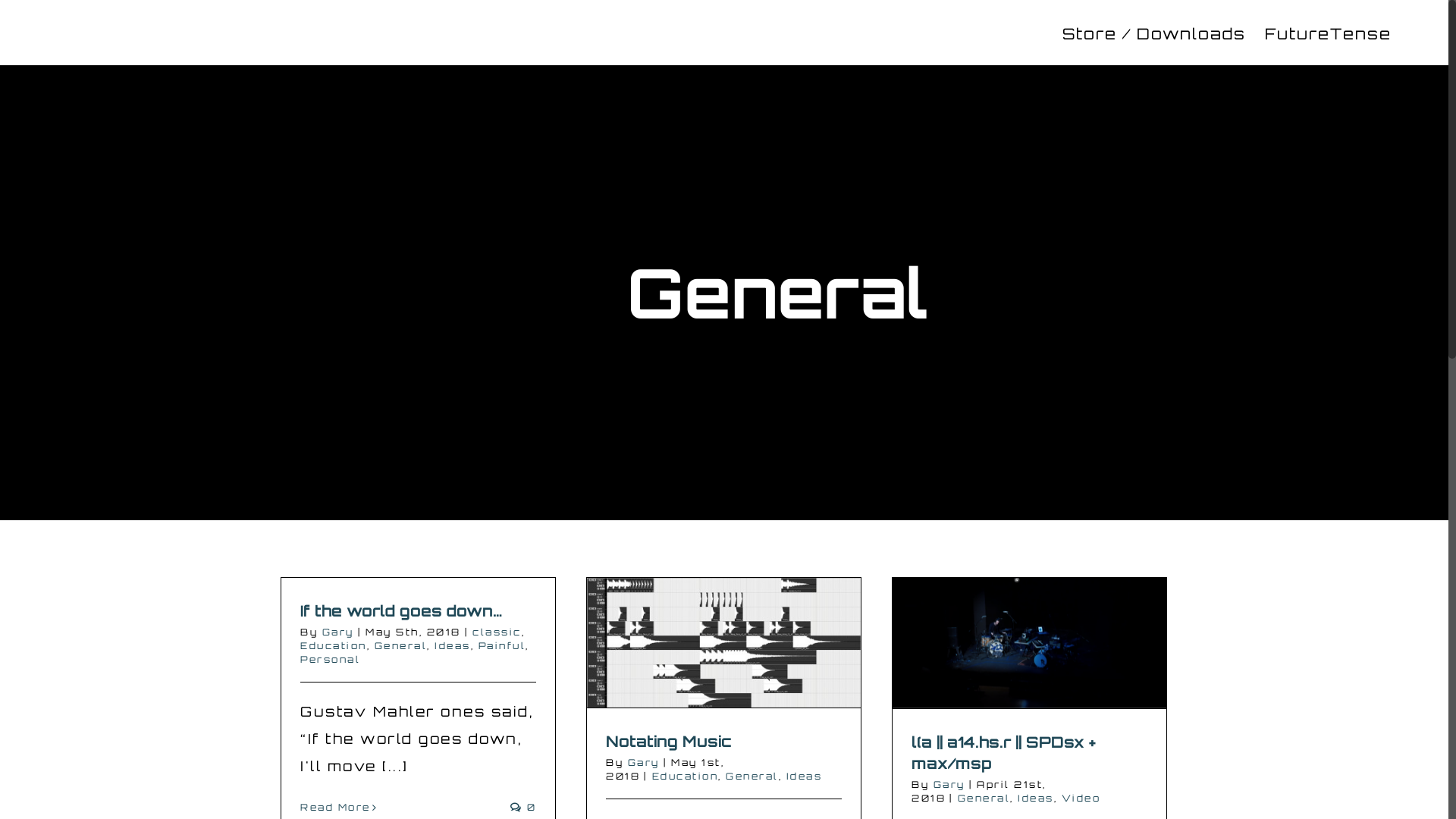  Describe the element at coordinates (644, 762) in the screenshot. I see `'Gary'` at that location.